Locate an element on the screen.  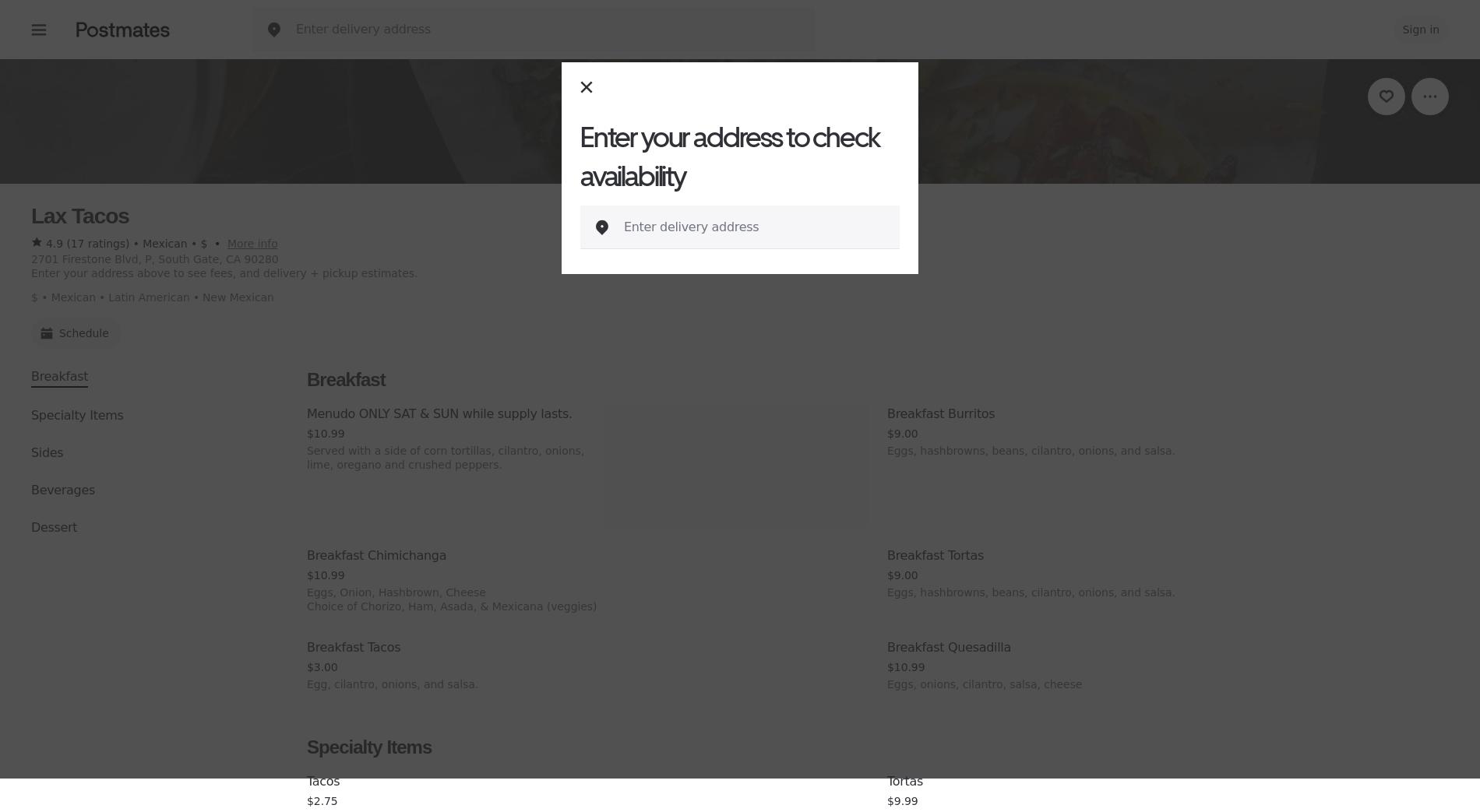
'Tacos' is located at coordinates (322, 781).